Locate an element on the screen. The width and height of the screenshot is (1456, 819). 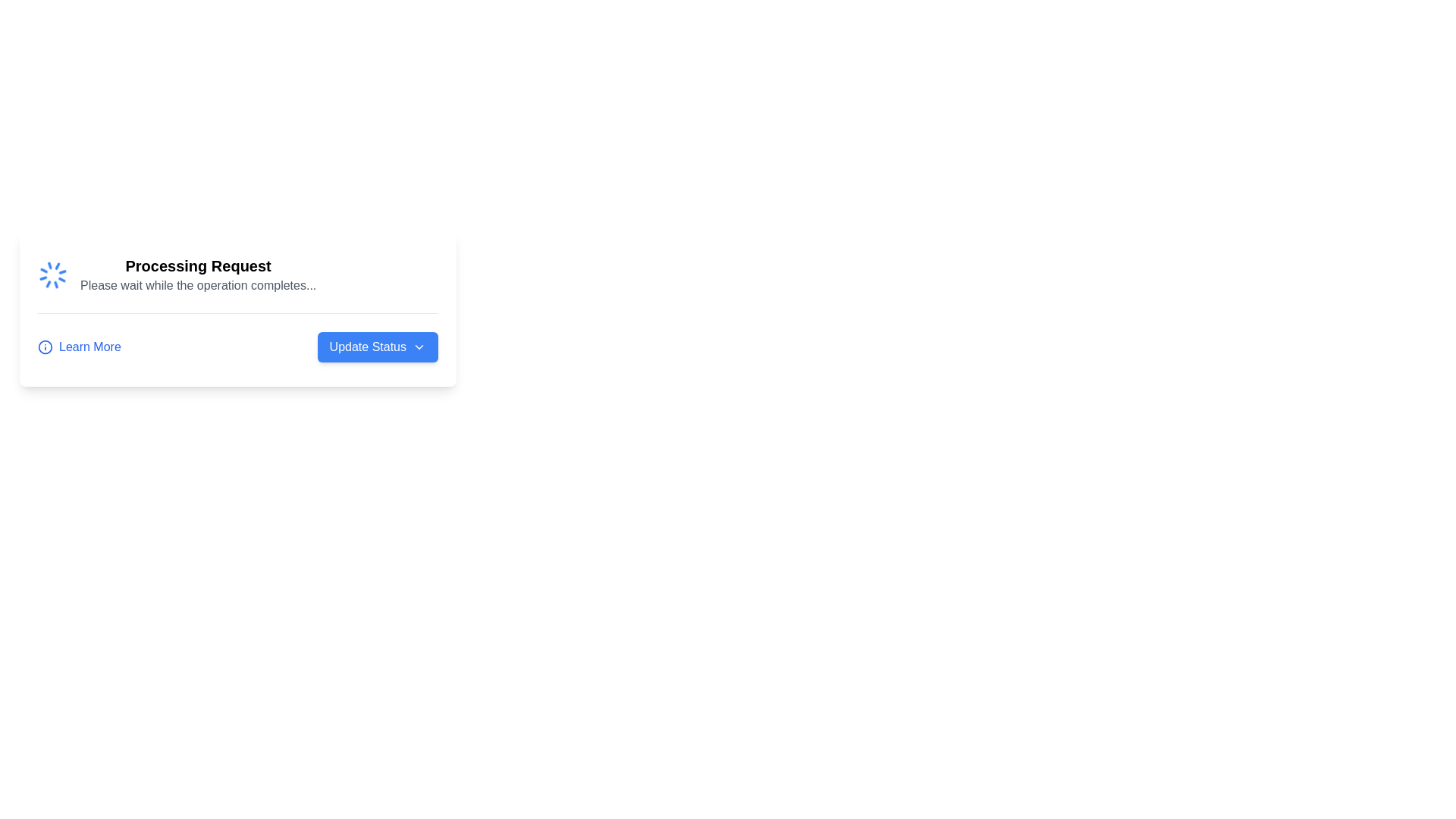
the animated blue loader icon that resembles a rotating spinner, located to the left of the 'Processing Request' text is located at coordinates (53, 275).